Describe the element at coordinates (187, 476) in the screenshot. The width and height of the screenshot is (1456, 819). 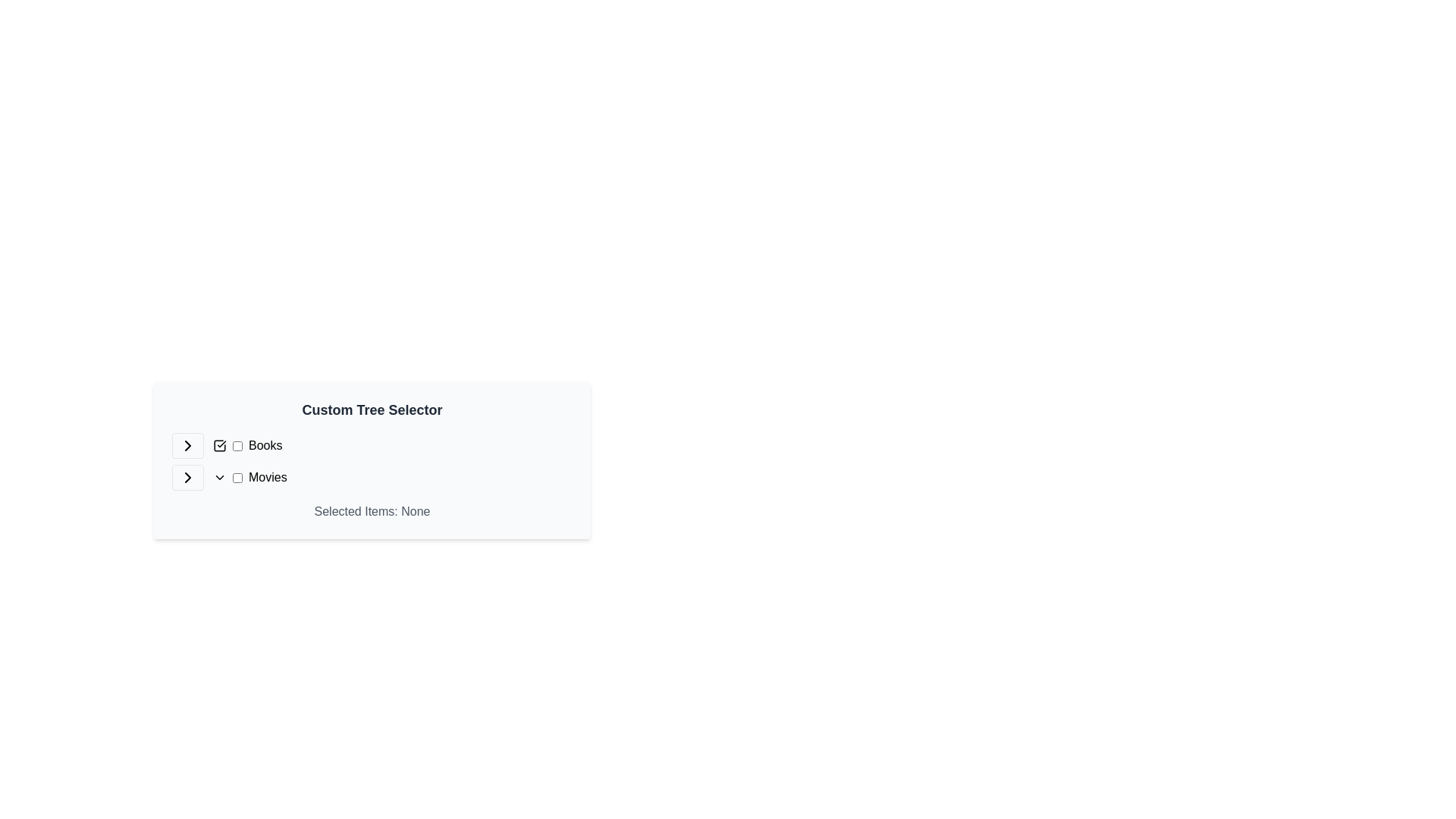
I see `the SVG-based chevron icon that indicates expandable or collapsible content related to 'Movies', positioned to the left of the label and checkbox` at that location.